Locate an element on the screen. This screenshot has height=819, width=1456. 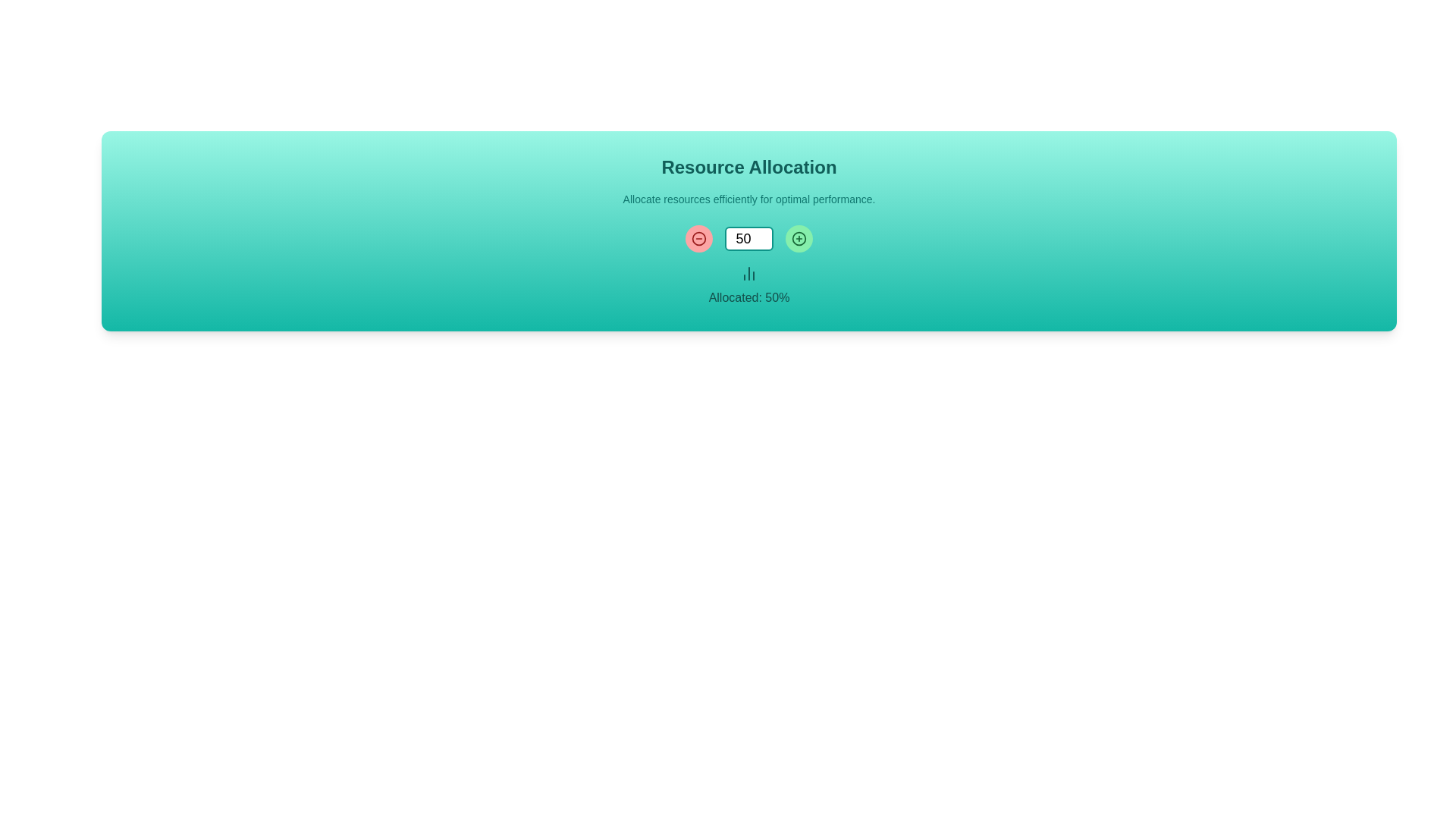
the text element that reads 'Allocate resources efficiently for optimal performance.' which is styled in teal color is located at coordinates (749, 198).